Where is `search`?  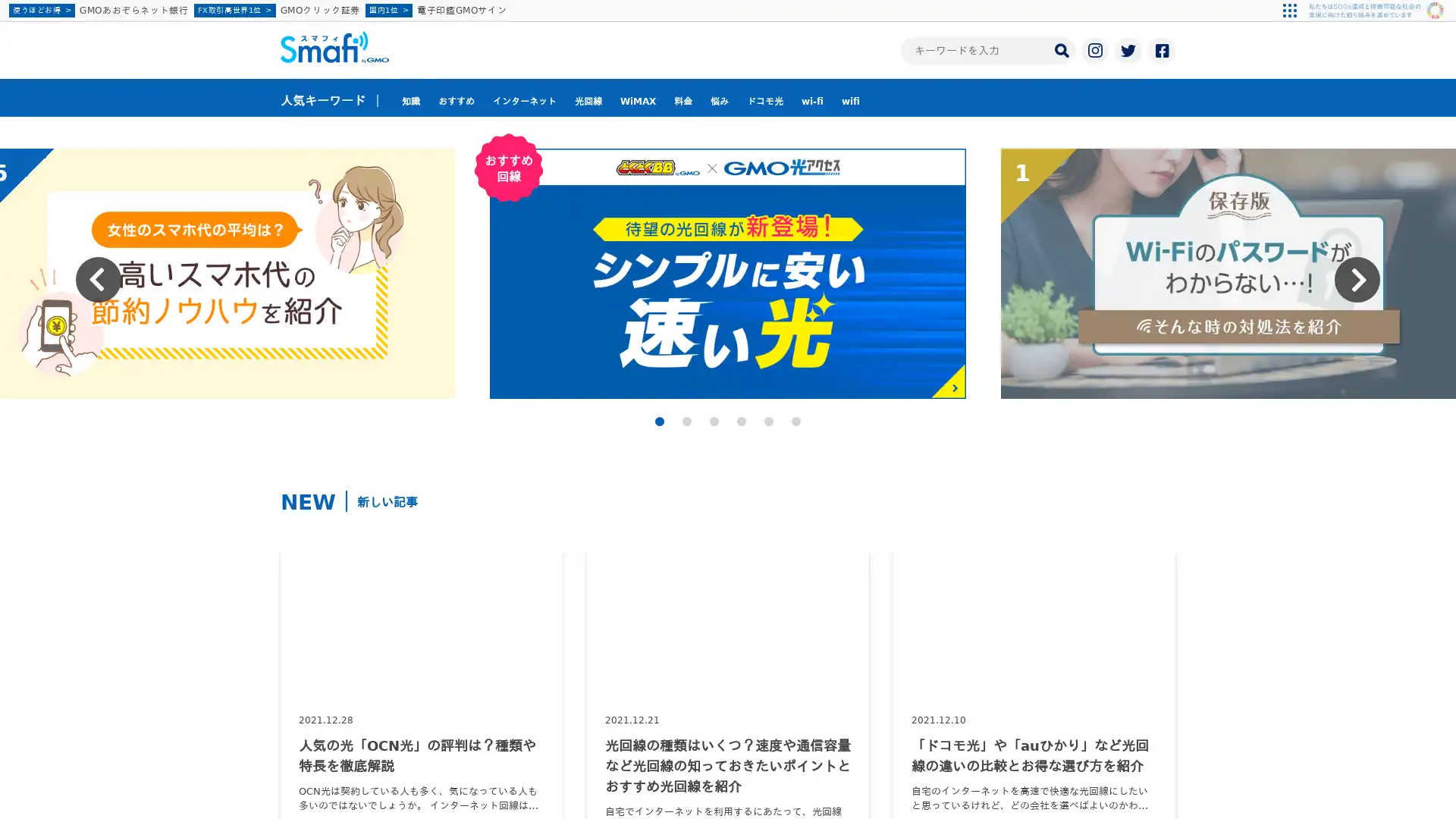
search is located at coordinates (1061, 49).